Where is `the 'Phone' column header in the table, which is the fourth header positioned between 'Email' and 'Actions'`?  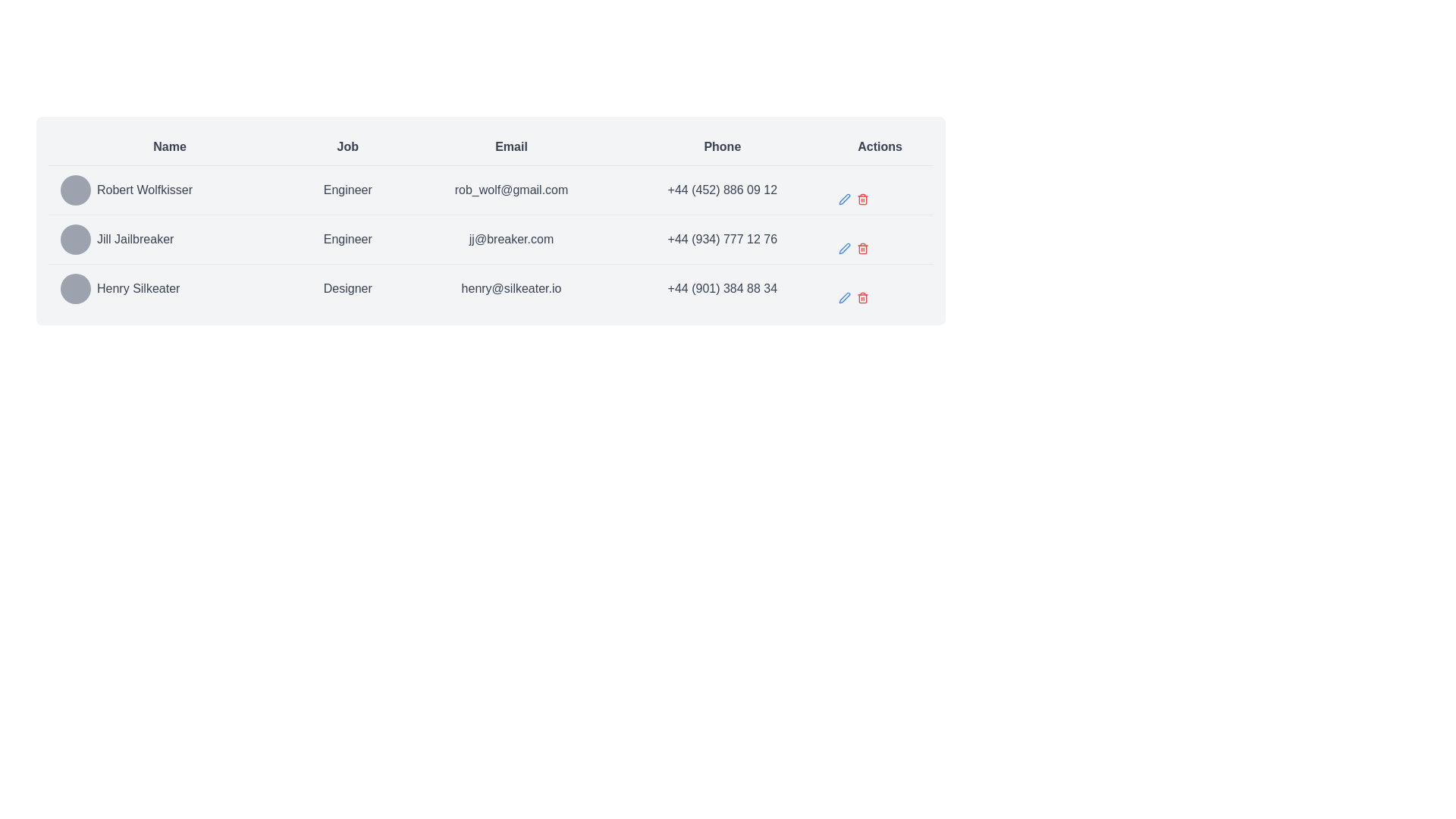
the 'Phone' column header in the table, which is the fourth header positioned between 'Email' and 'Actions' is located at coordinates (721, 147).